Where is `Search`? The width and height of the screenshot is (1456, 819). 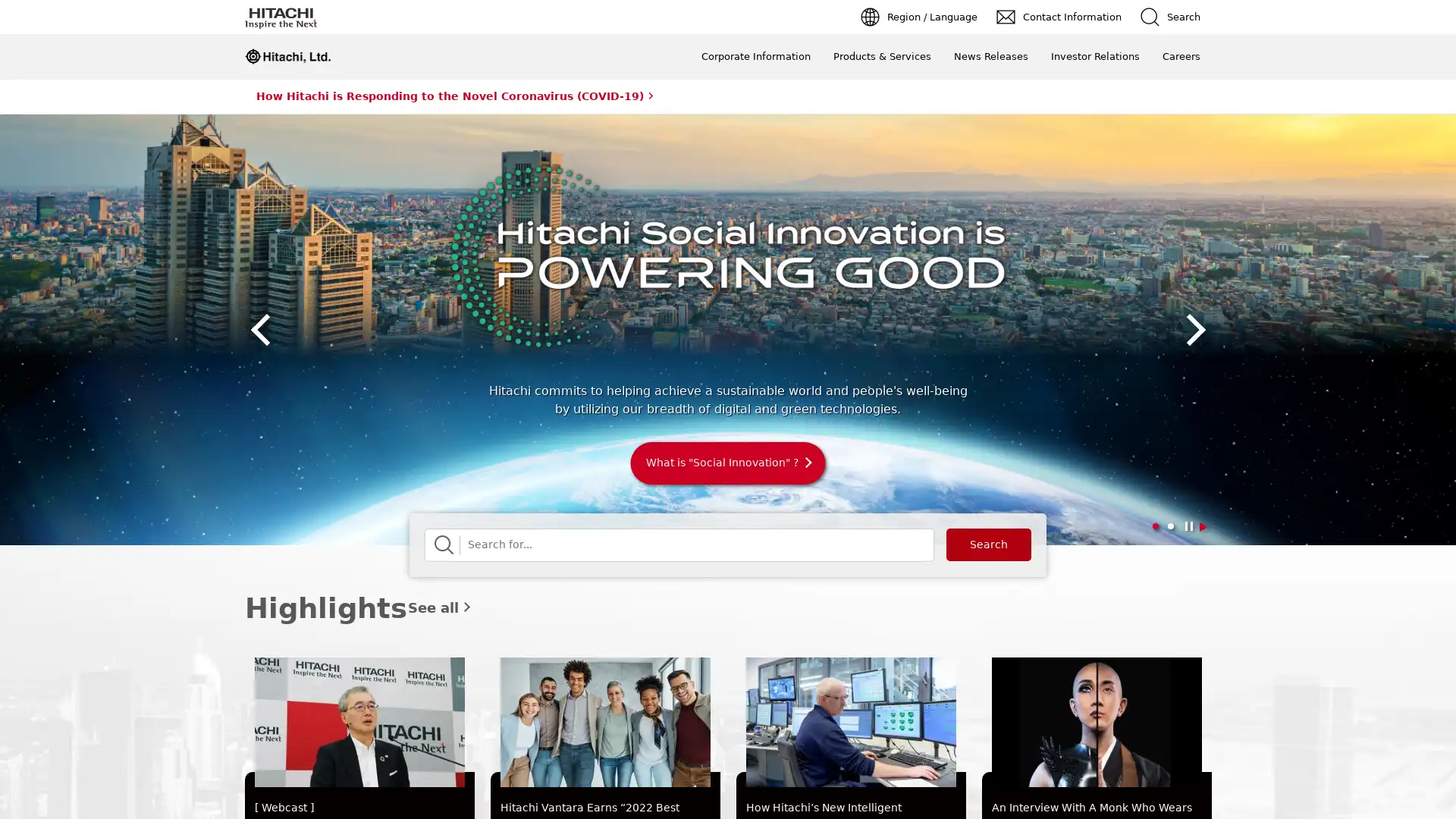
Search is located at coordinates (443, 544).